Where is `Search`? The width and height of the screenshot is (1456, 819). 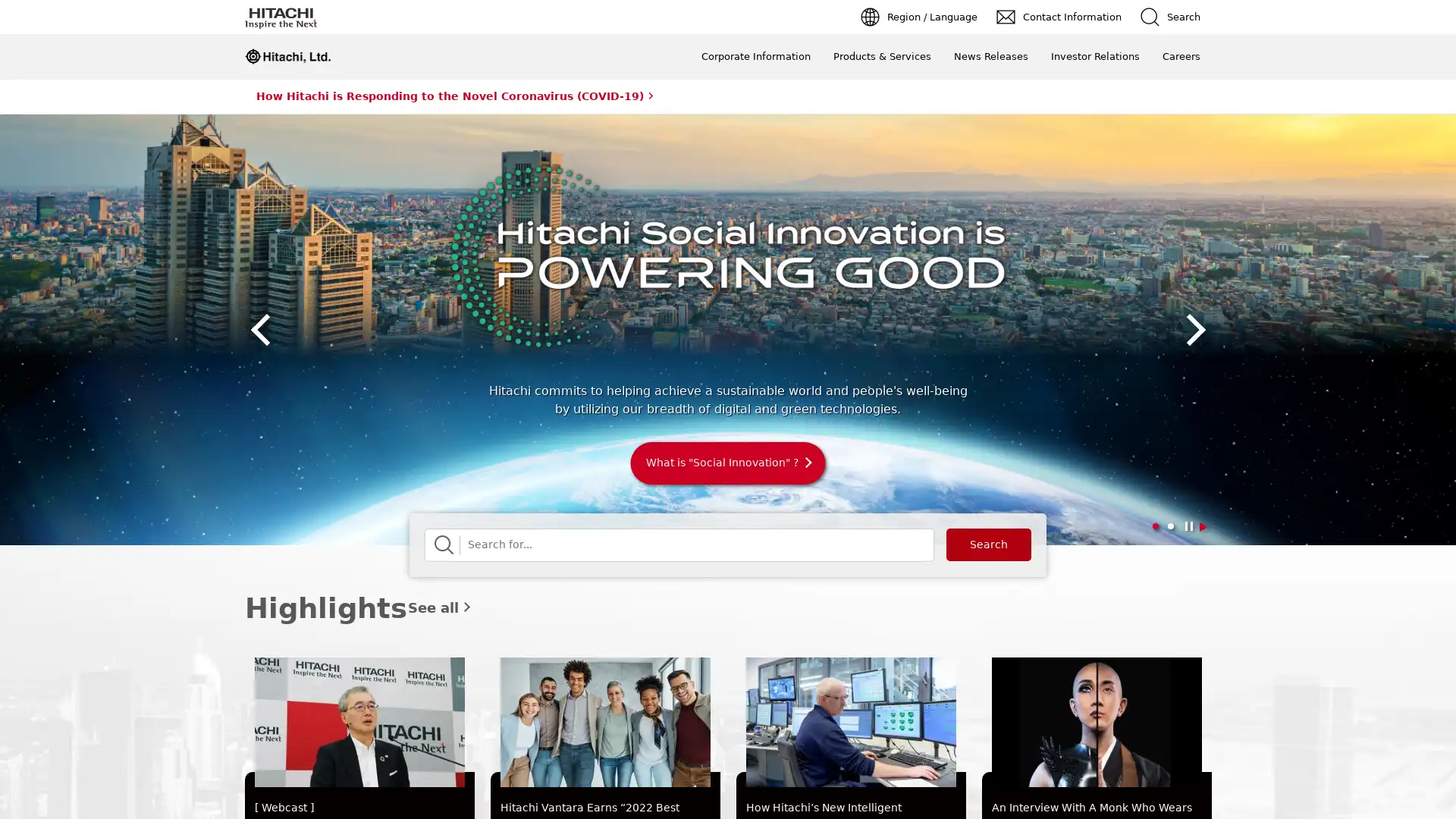
Search is located at coordinates (443, 544).